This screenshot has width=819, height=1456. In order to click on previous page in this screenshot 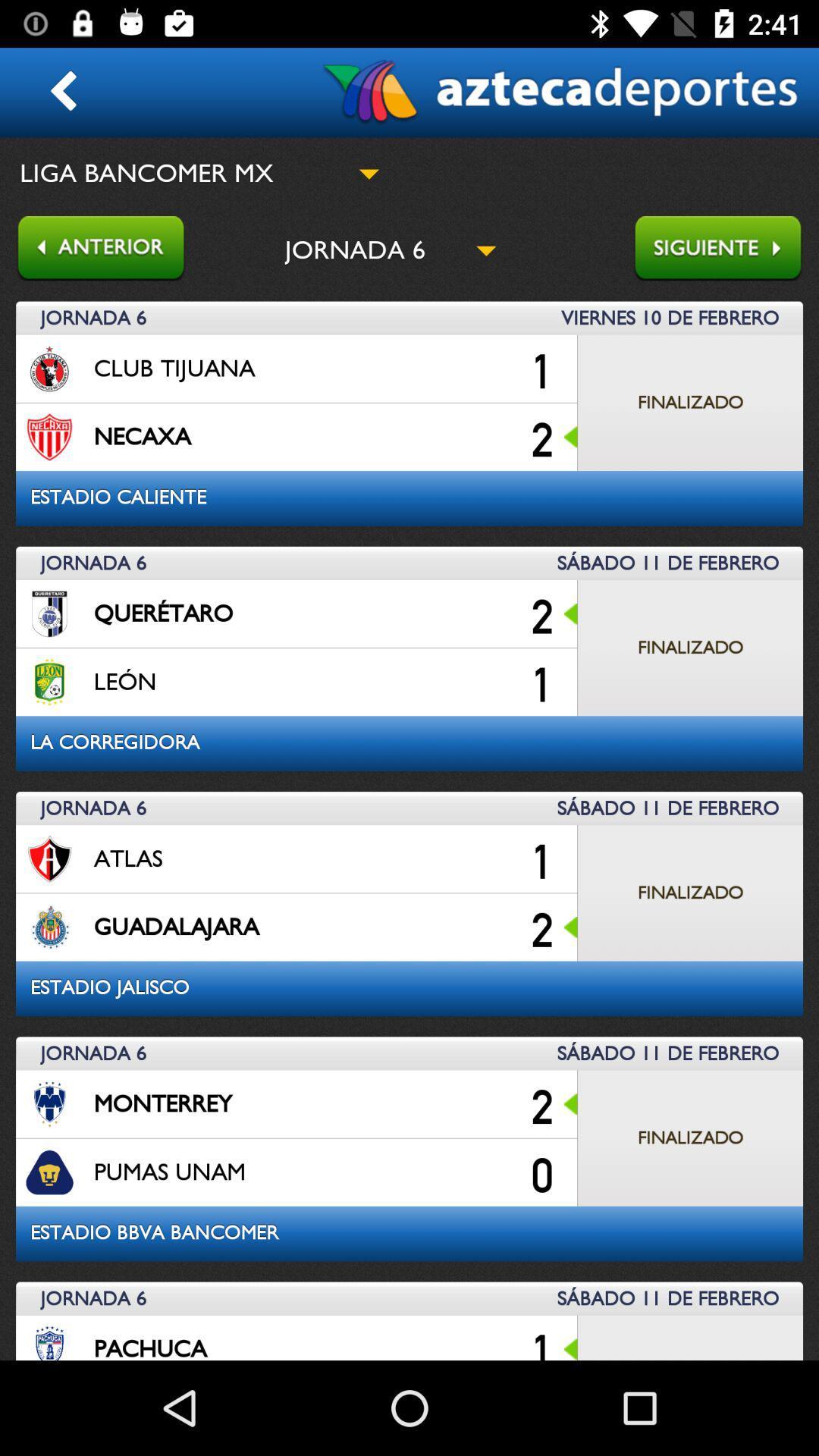, I will do `click(93, 249)`.